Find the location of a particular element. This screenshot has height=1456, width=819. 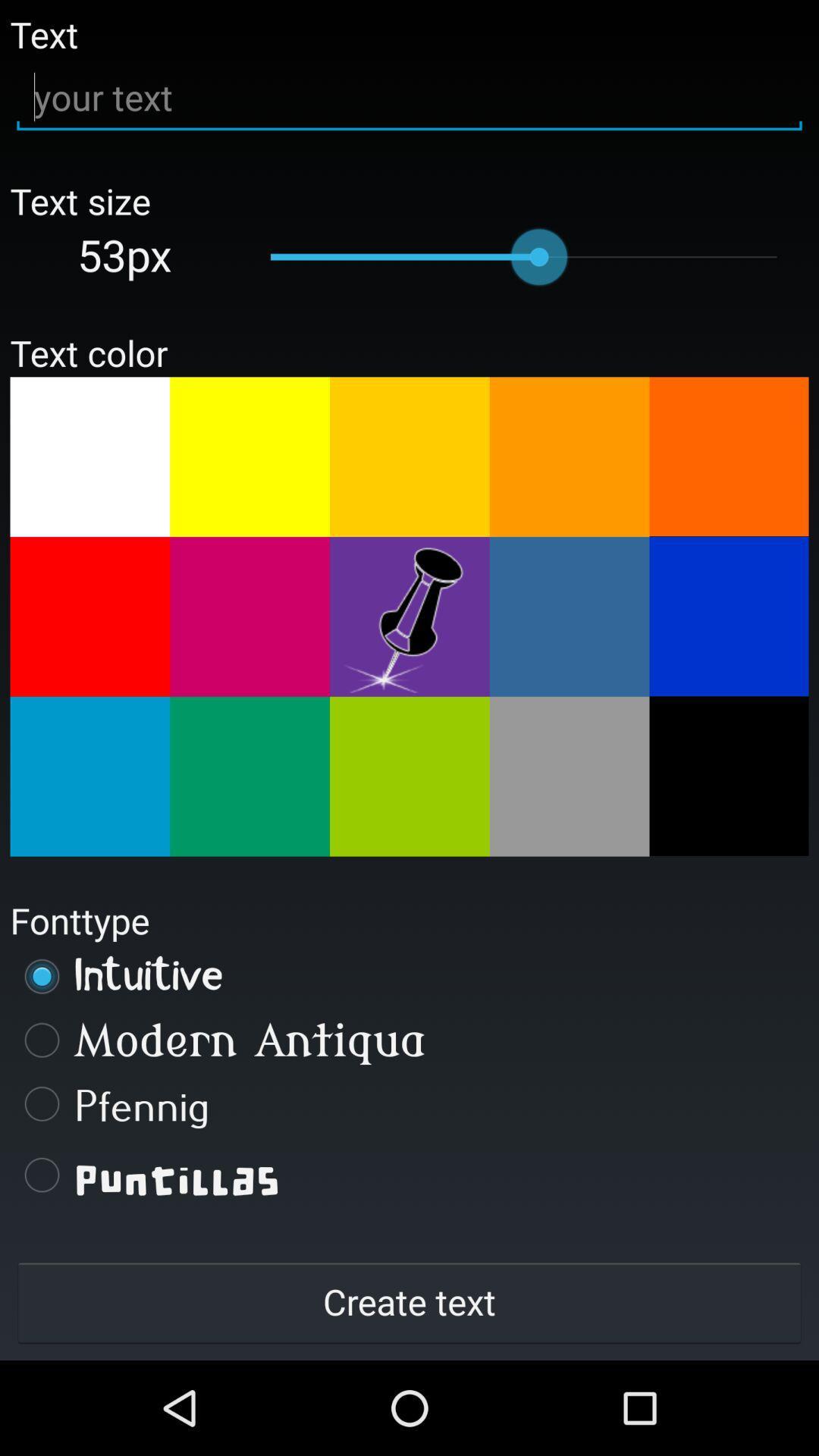

create text button is located at coordinates (409, 1301).